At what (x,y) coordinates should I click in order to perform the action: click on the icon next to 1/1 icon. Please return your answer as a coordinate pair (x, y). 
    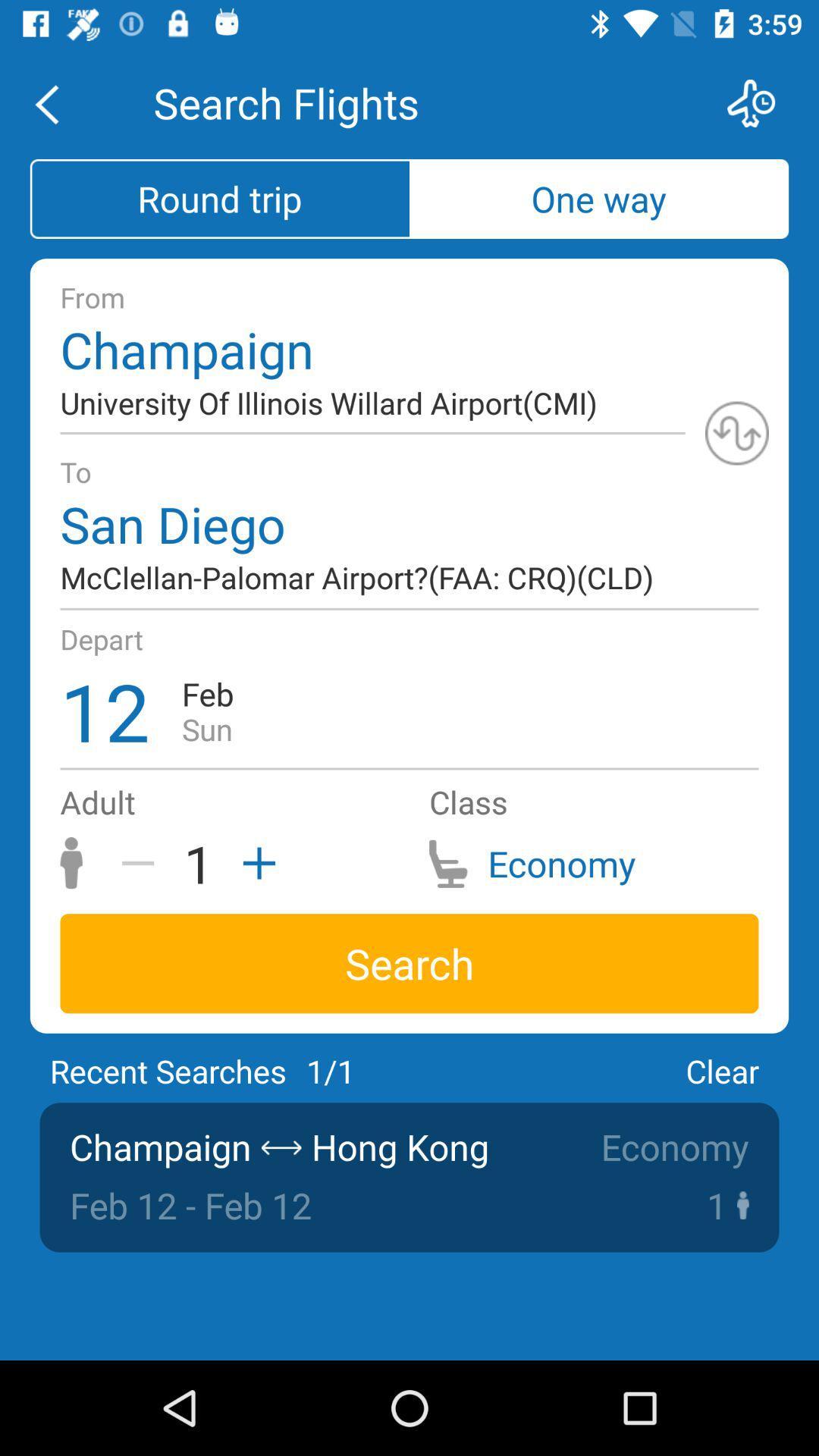
    Looking at the image, I should click on (721, 1070).